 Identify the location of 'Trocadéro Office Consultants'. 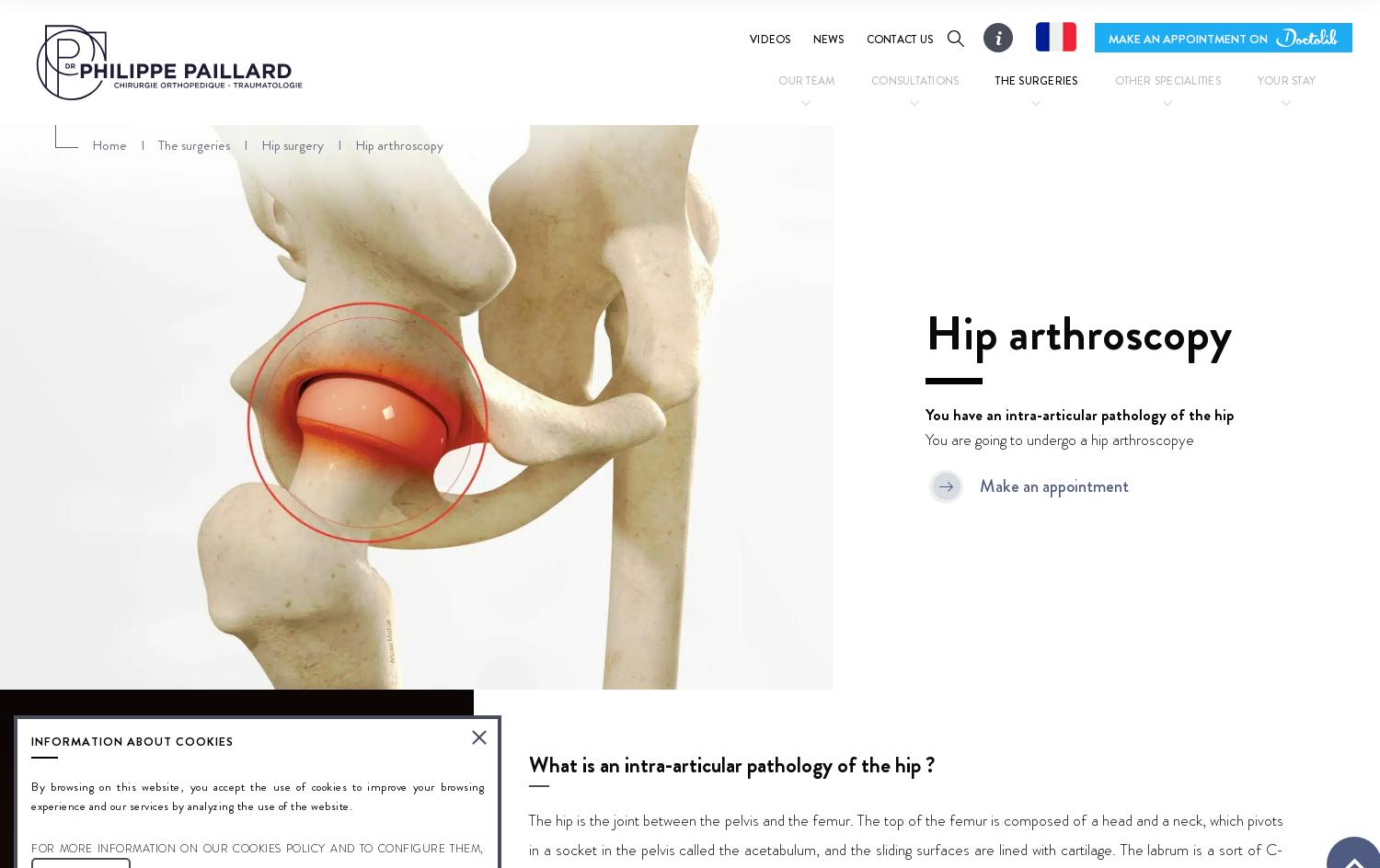
(847, 187).